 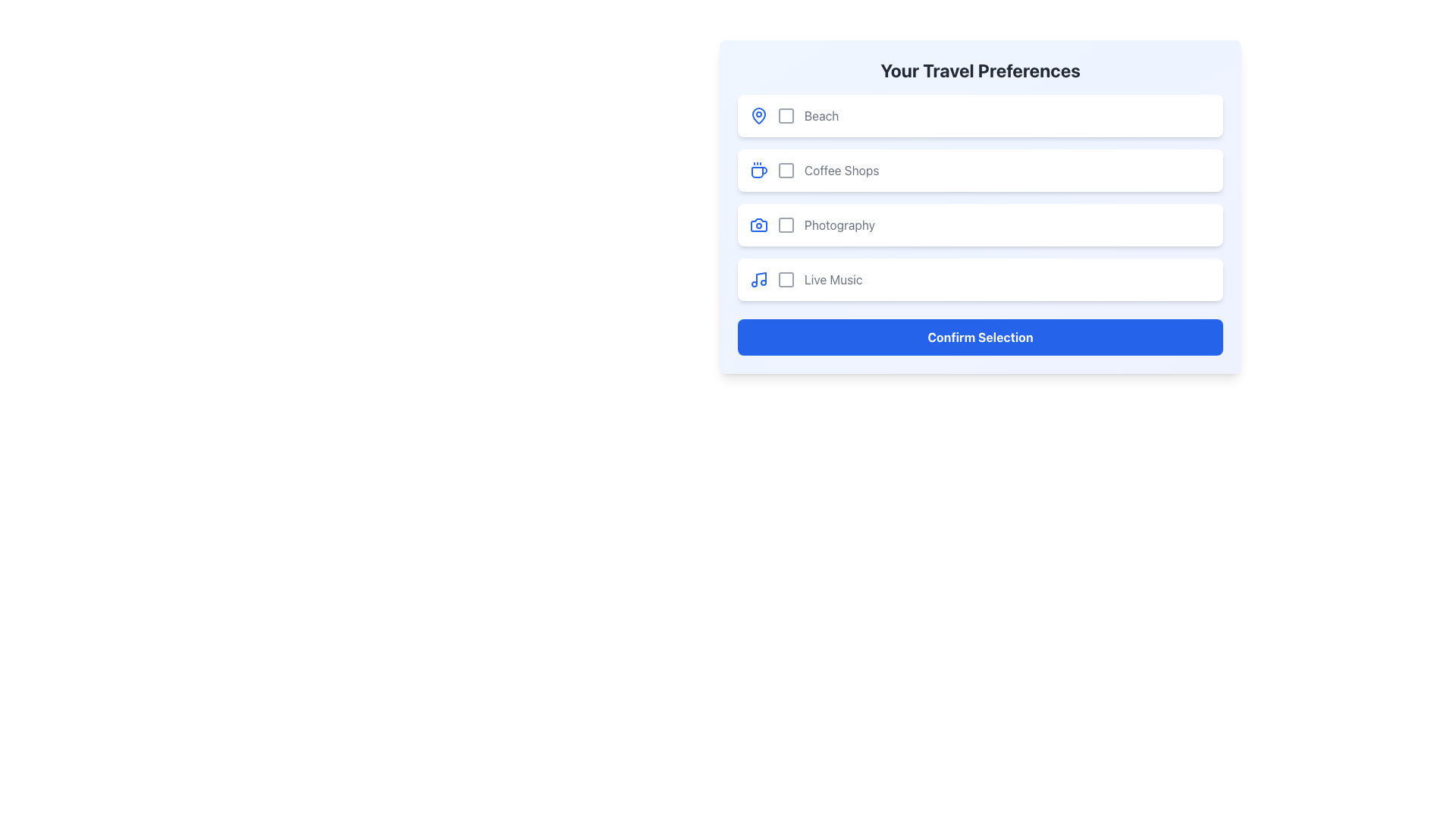 What do you see at coordinates (833, 280) in the screenshot?
I see `'Live Music' text label located in the bottom row of the vertically stacked list within the card, which is styled in muted gray and aligned with an icon and checkbox` at bounding box center [833, 280].